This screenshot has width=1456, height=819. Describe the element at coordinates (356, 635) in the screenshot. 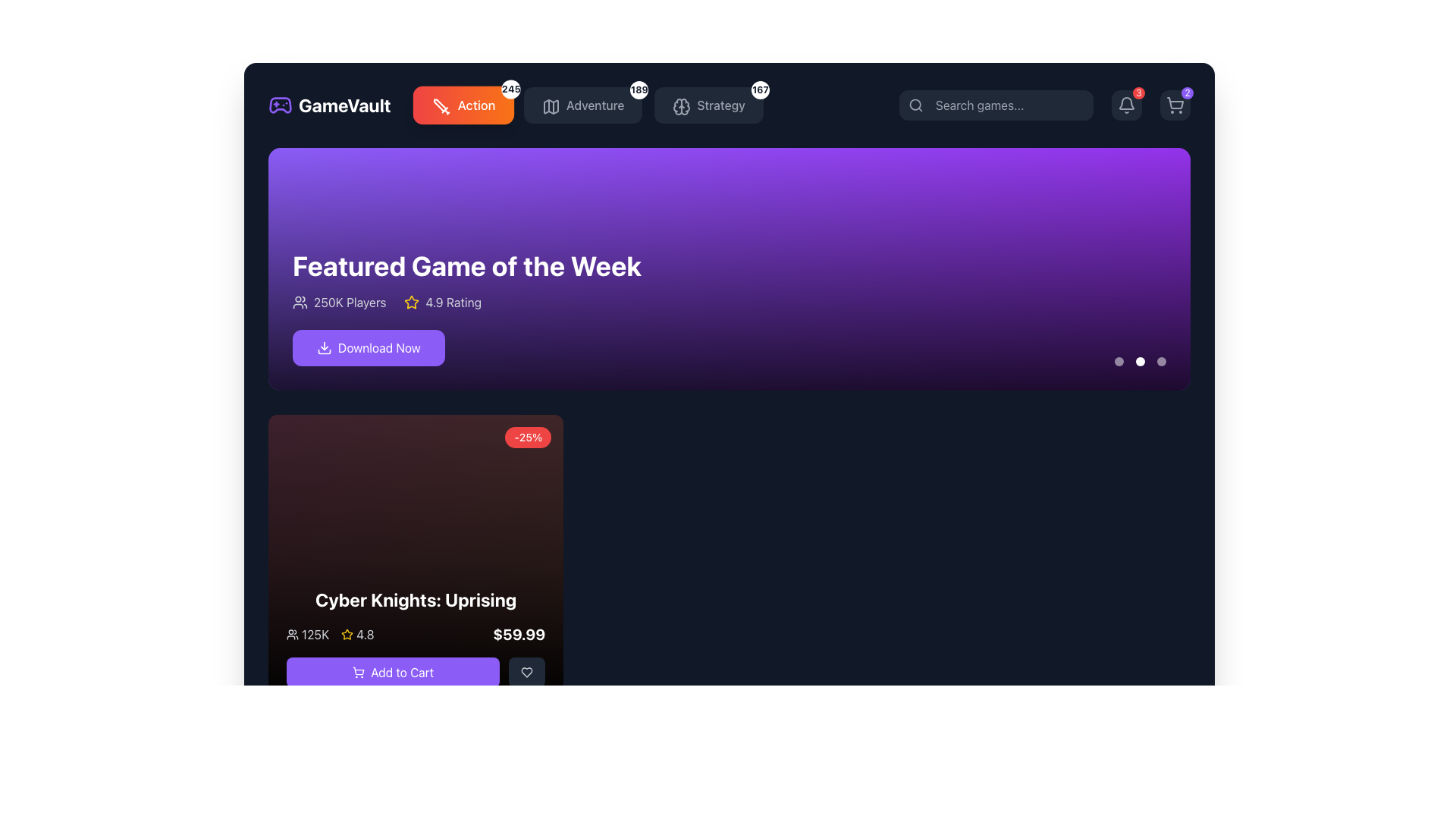

I see `the yellow star icon in the rating composite element displaying '4.8' located in the lower section of the game details card` at that location.